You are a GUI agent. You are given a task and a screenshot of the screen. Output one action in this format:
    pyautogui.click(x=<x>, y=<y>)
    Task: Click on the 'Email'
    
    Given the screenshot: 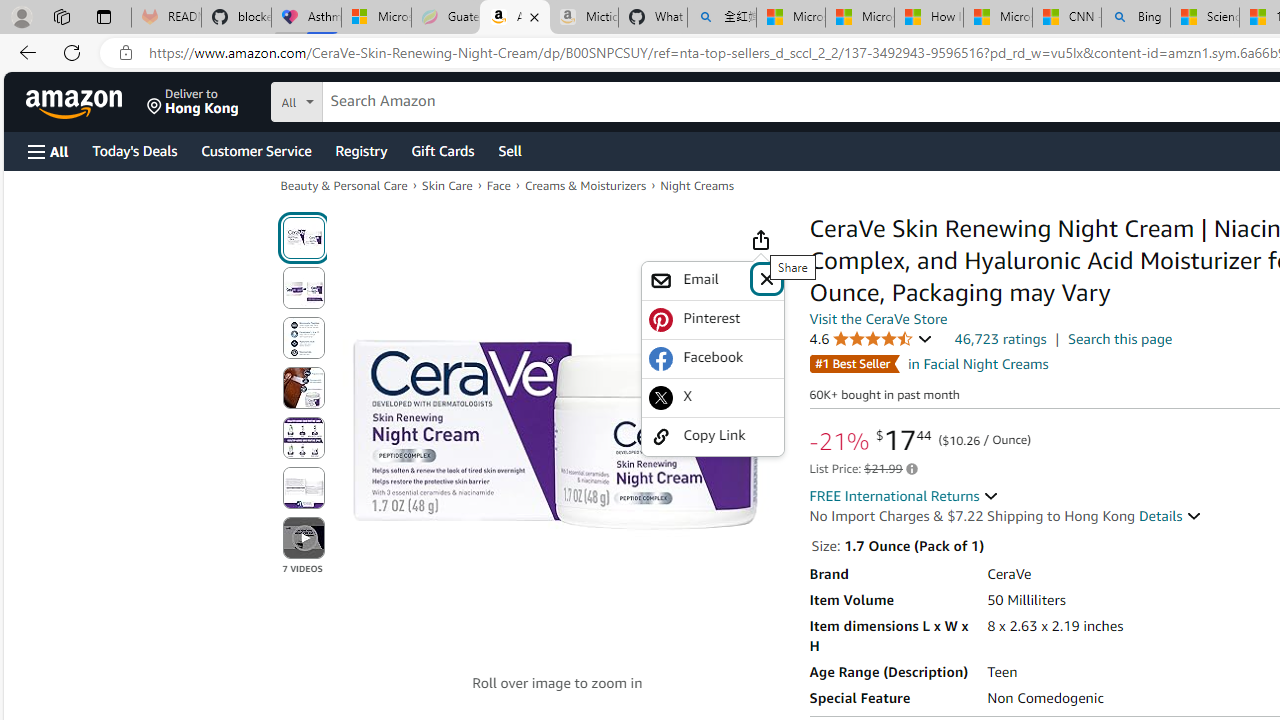 What is the action you would take?
    pyautogui.click(x=698, y=280)
    